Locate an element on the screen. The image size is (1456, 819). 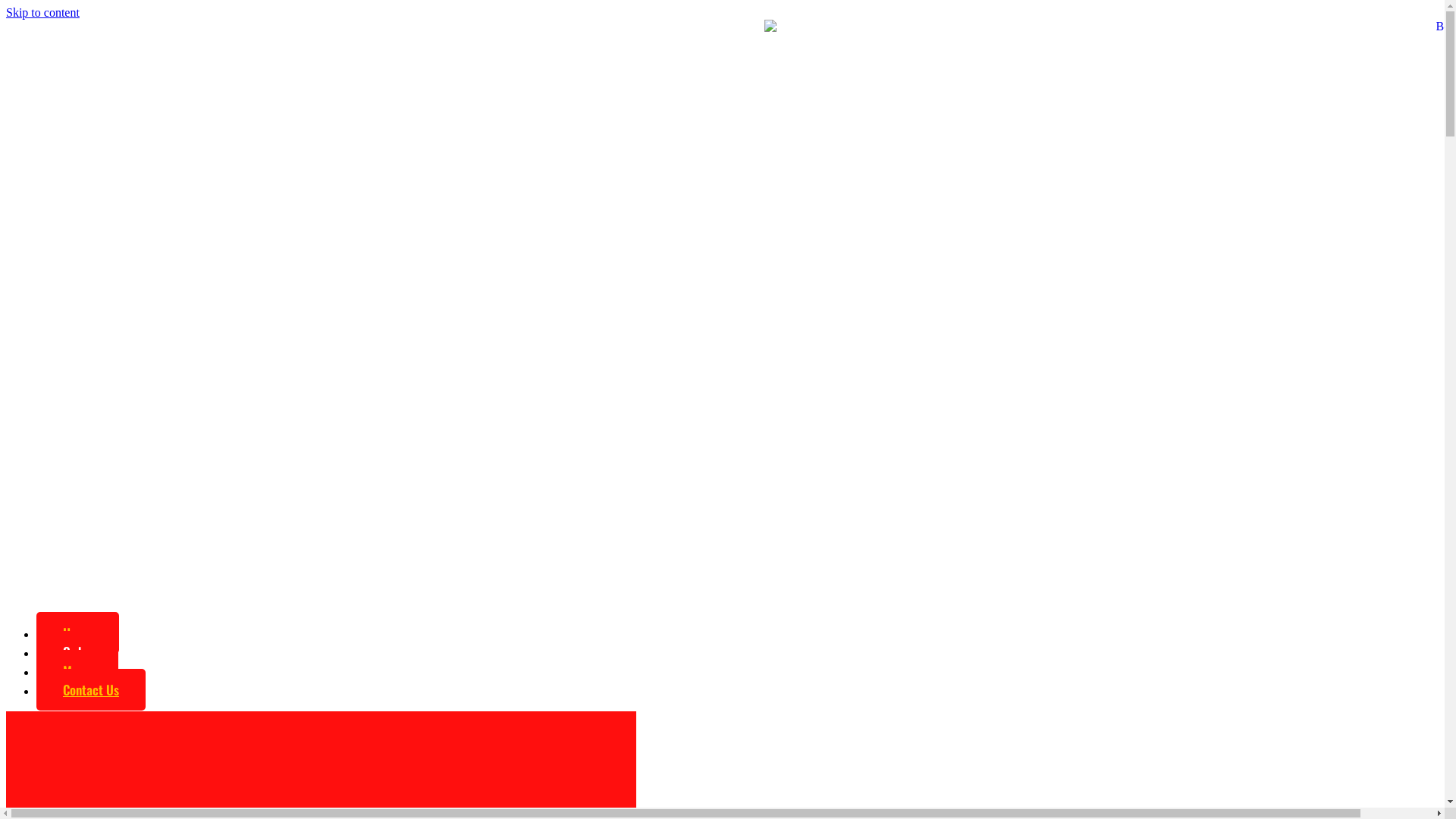
'Contact Us' is located at coordinates (90, 689).